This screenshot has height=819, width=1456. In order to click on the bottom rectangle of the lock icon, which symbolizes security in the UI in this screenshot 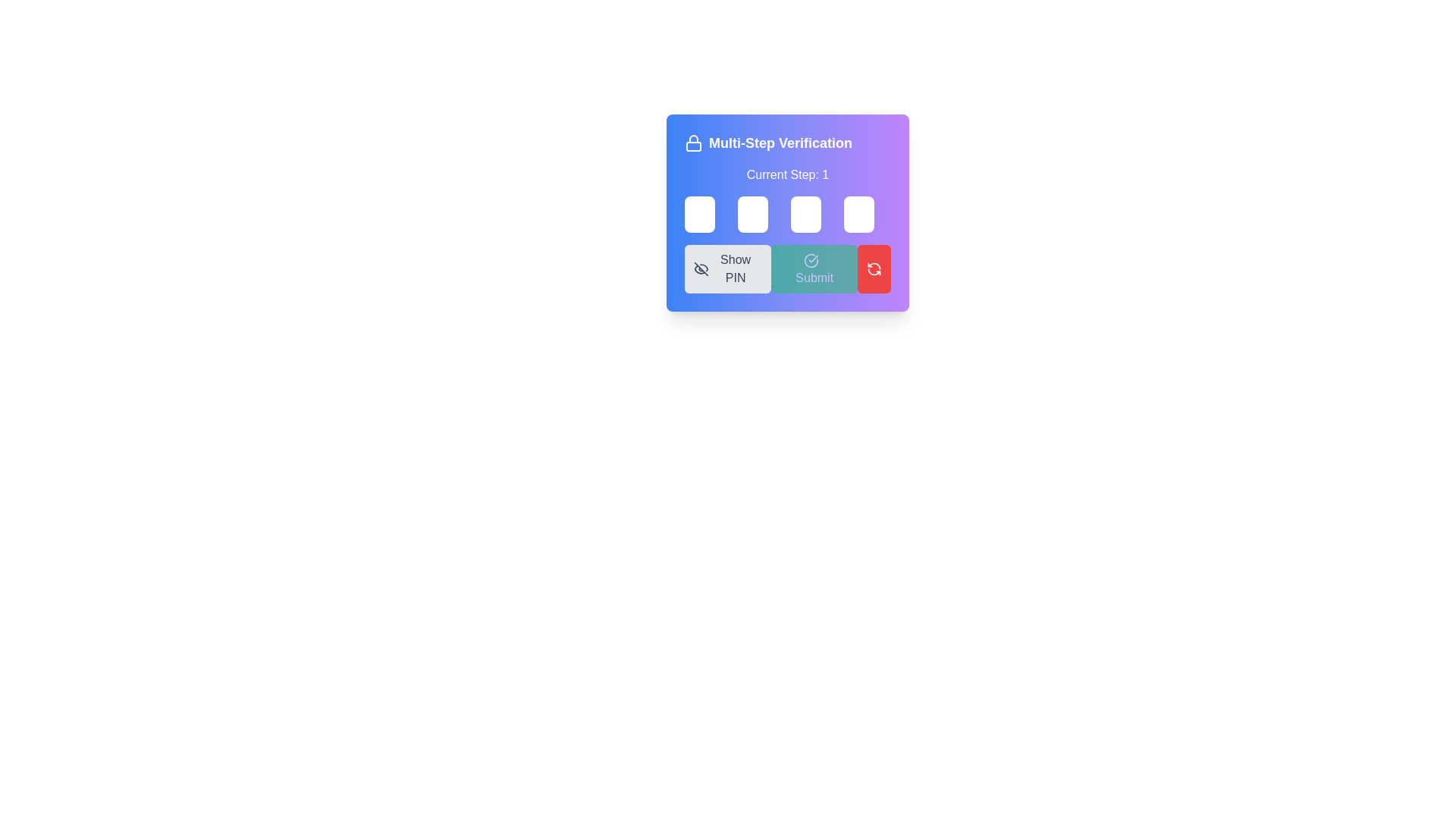, I will do `click(693, 146)`.